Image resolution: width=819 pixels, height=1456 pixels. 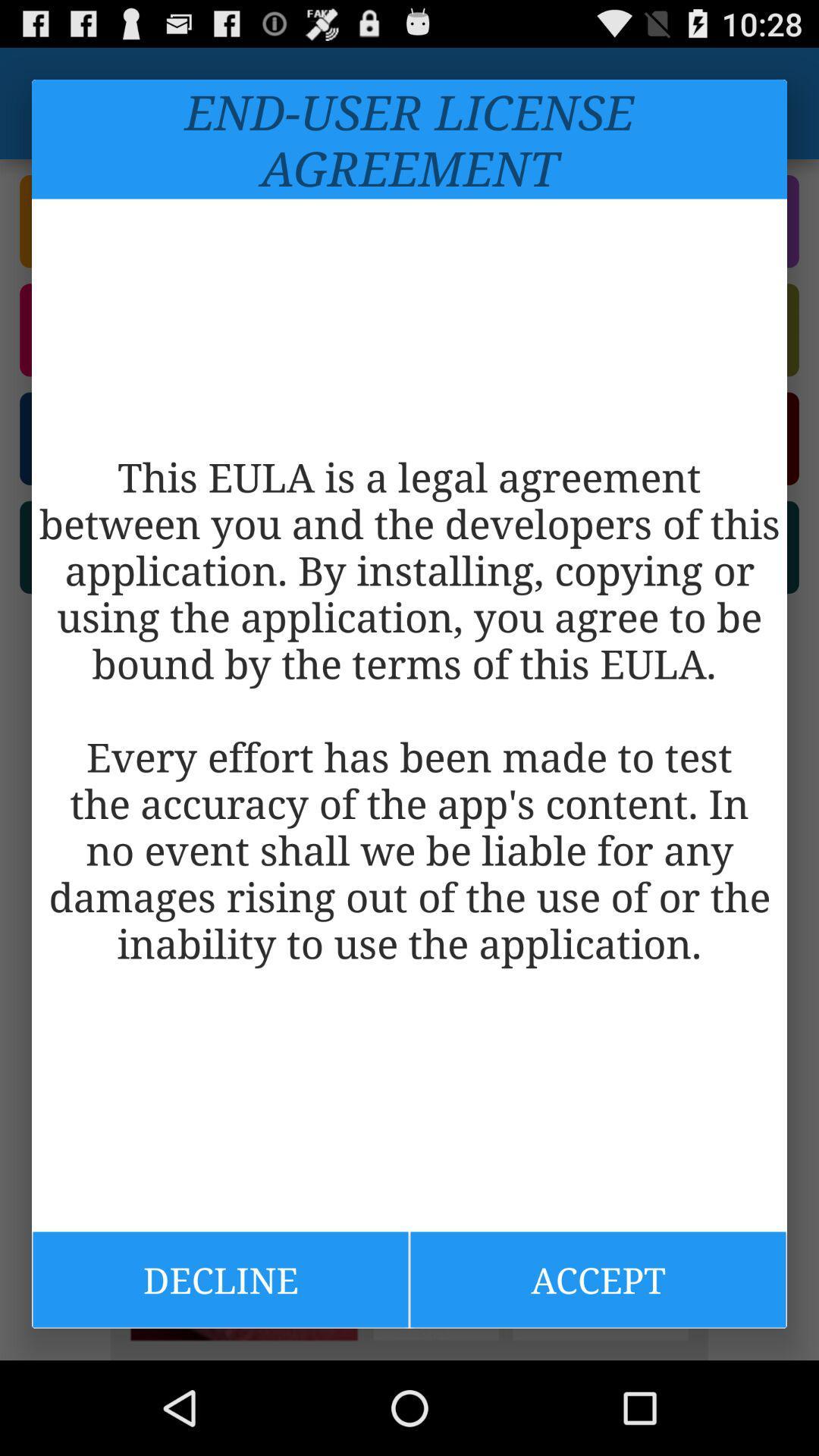 What do you see at coordinates (409, 139) in the screenshot?
I see `the end user license item` at bounding box center [409, 139].